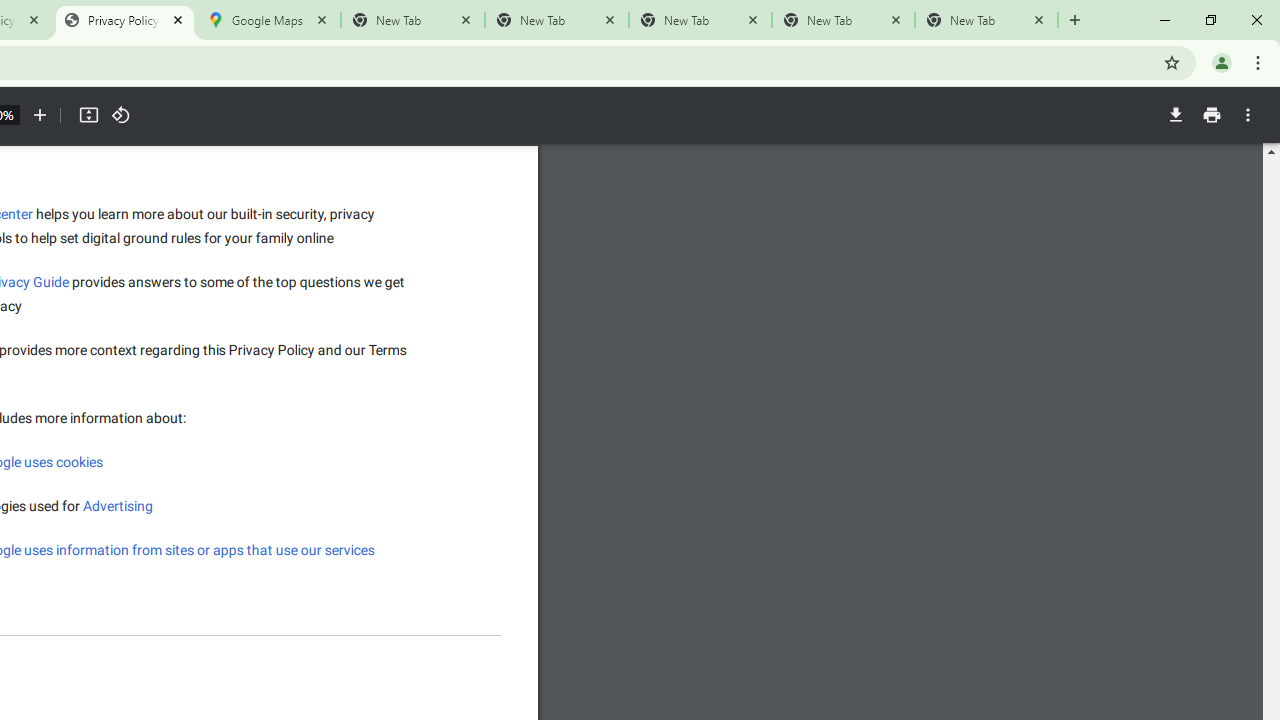 The image size is (1280, 720). What do you see at coordinates (1175, 115) in the screenshot?
I see `'Download'` at bounding box center [1175, 115].